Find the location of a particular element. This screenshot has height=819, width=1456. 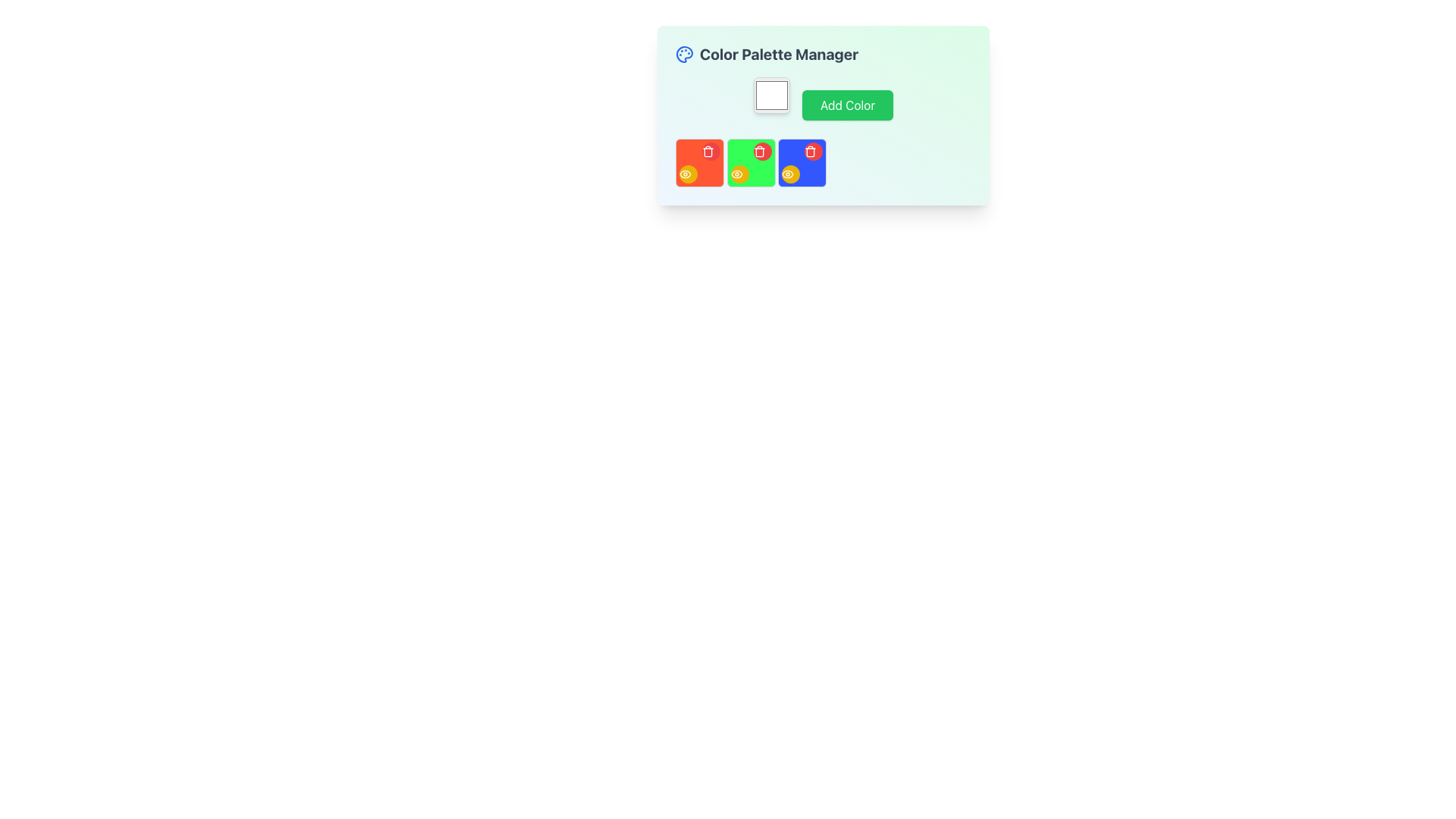

the delete action button, which is a red circular icon button located in the upper-right corner of the color card is located at coordinates (708, 152).